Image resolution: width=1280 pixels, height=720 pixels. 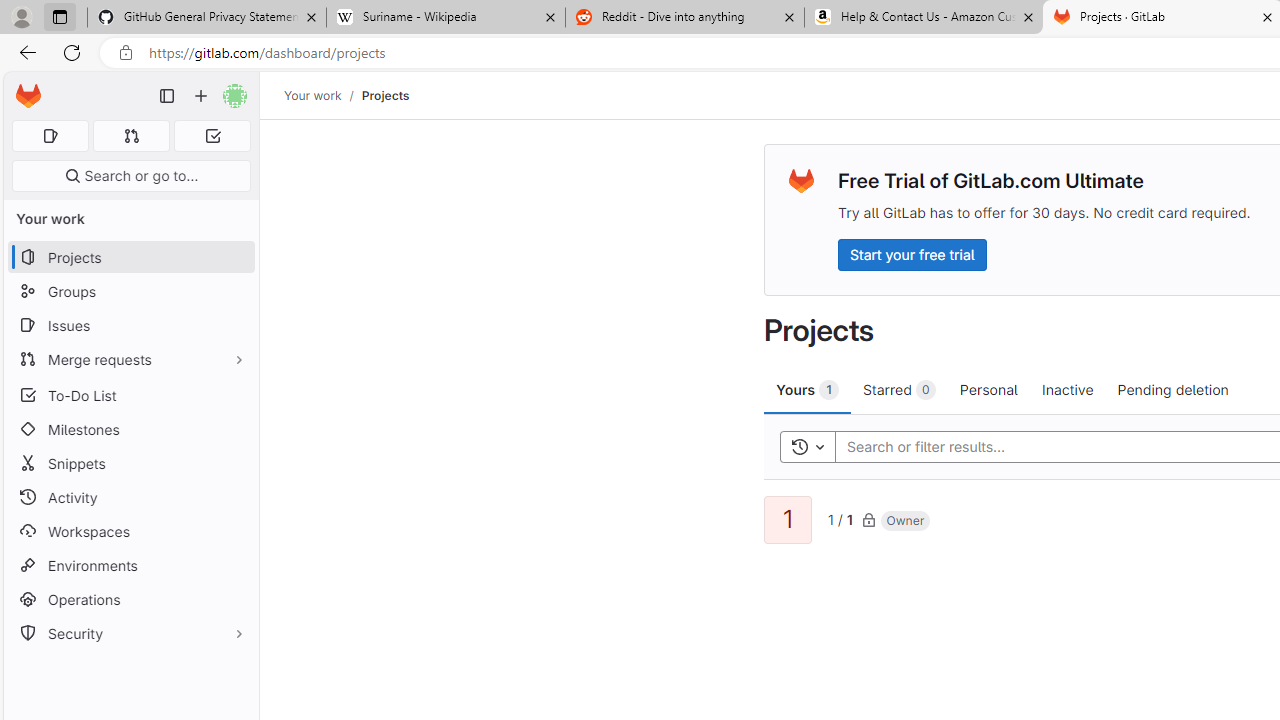 What do you see at coordinates (130, 565) in the screenshot?
I see `'Environments'` at bounding box center [130, 565].